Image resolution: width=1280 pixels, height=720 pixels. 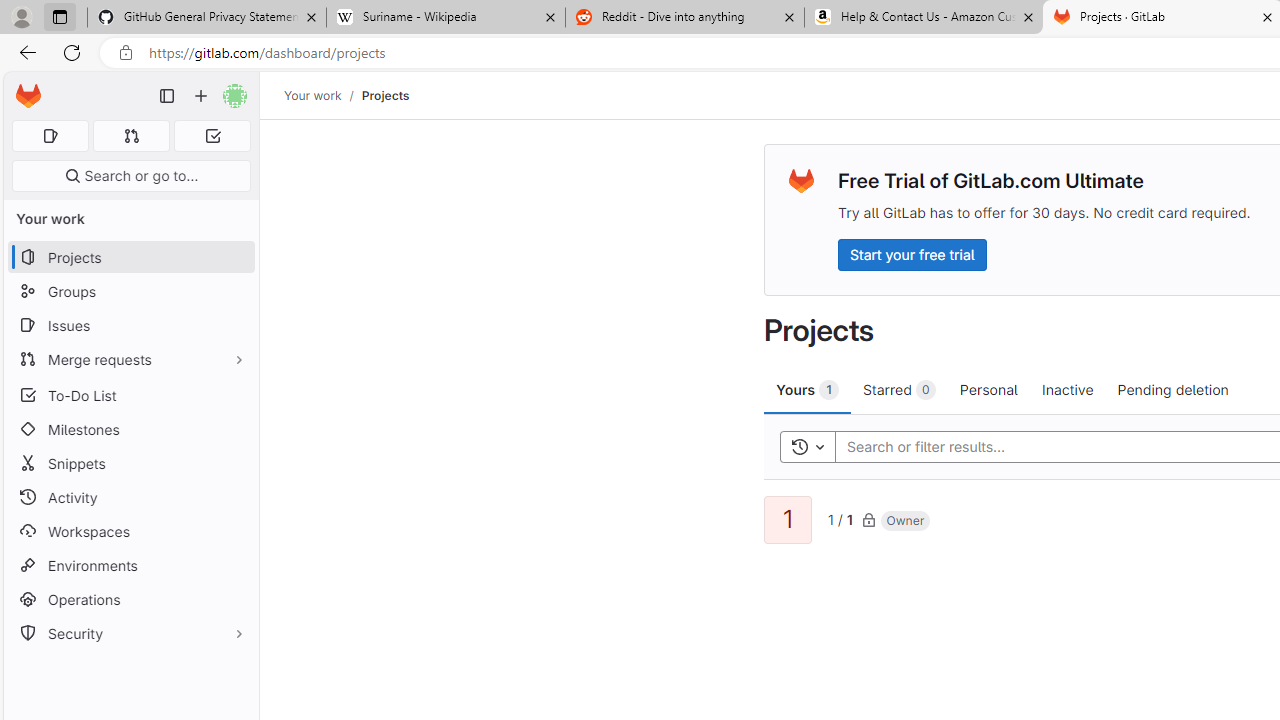 What do you see at coordinates (130, 565) in the screenshot?
I see `'Environments'` at bounding box center [130, 565].